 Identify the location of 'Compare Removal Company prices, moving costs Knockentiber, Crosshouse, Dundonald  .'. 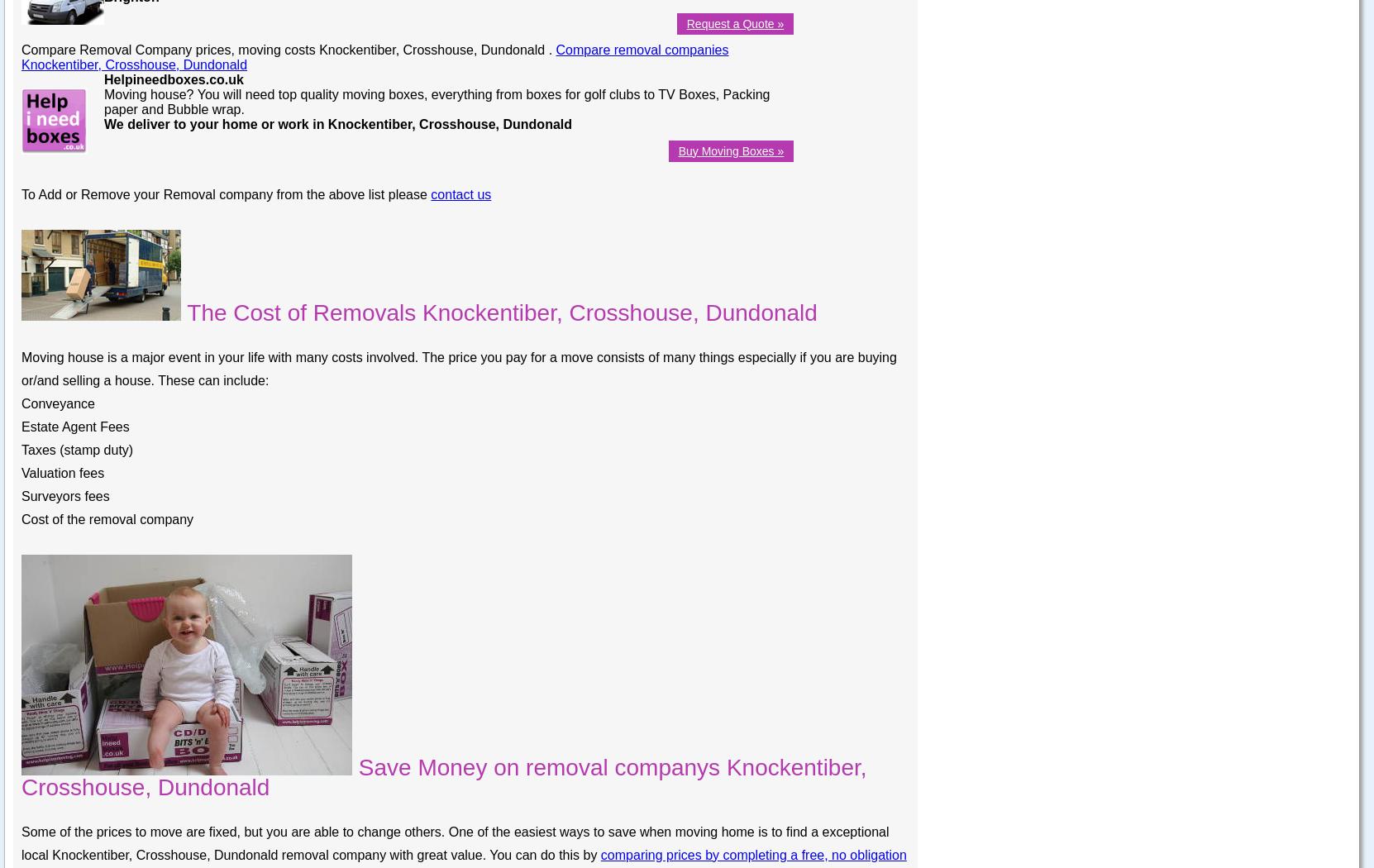
(288, 48).